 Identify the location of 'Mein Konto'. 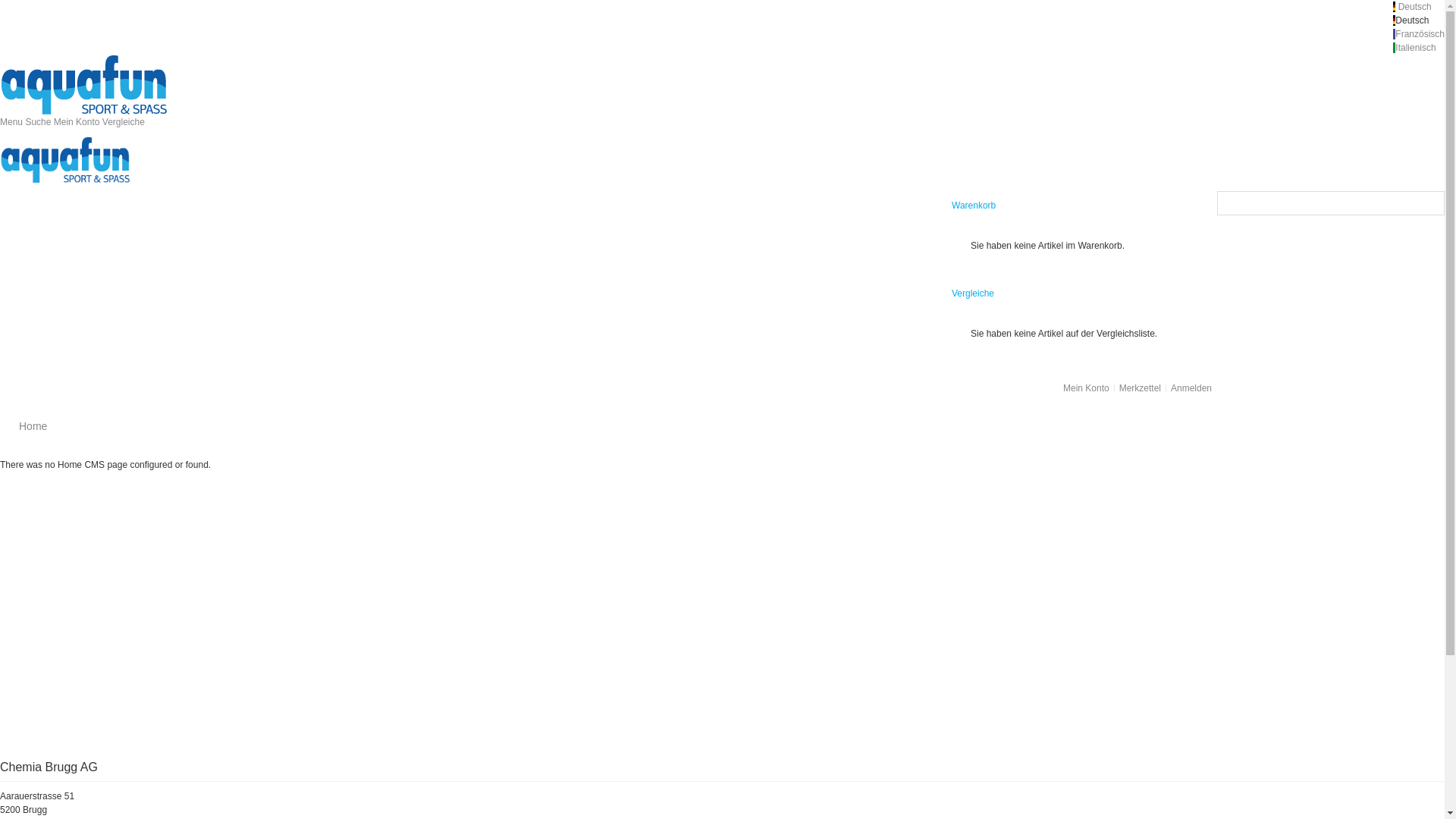
(1085, 388).